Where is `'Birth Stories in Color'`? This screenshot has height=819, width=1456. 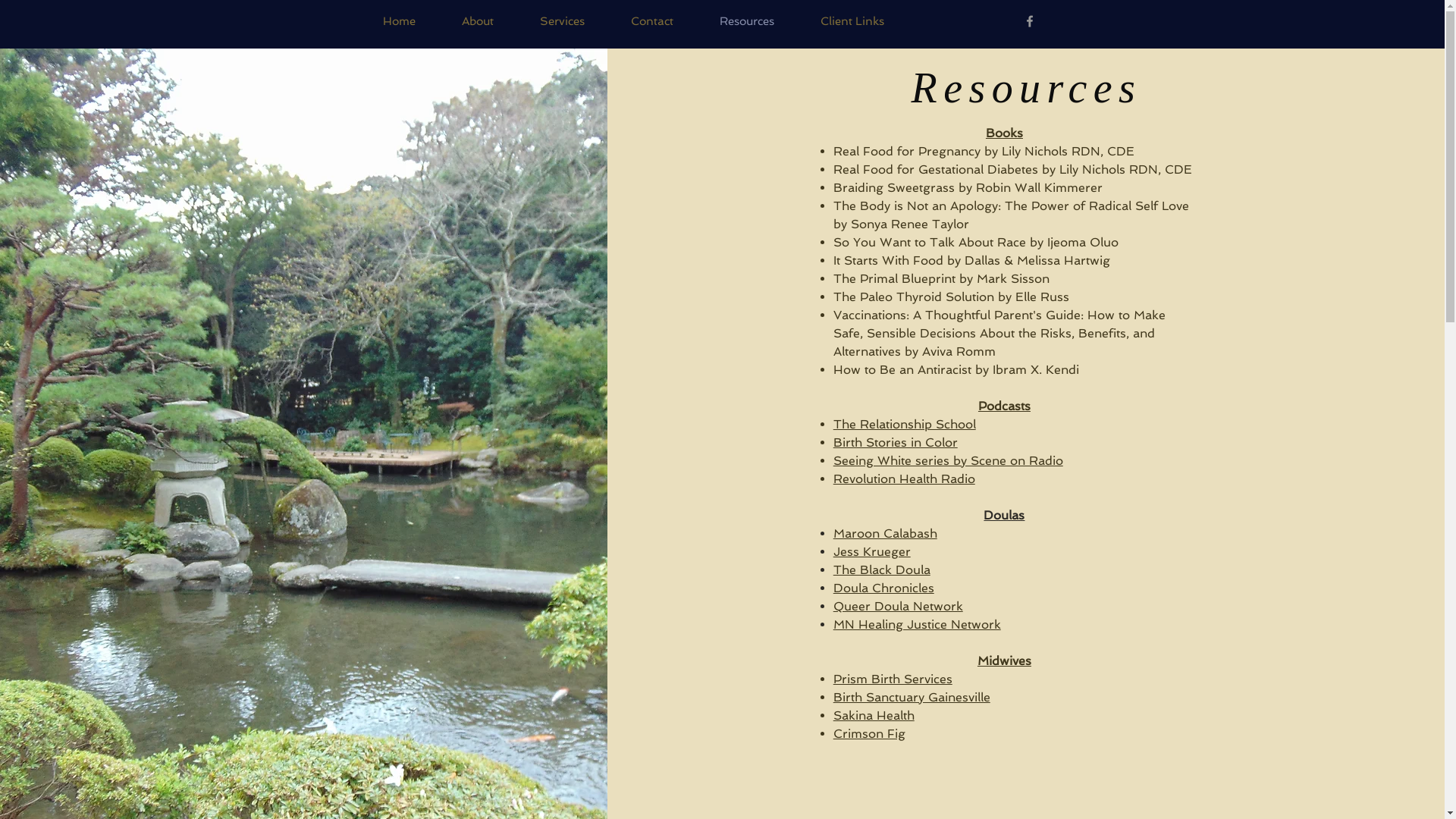 'Birth Stories in Color' is located at coordinates (833, 442).